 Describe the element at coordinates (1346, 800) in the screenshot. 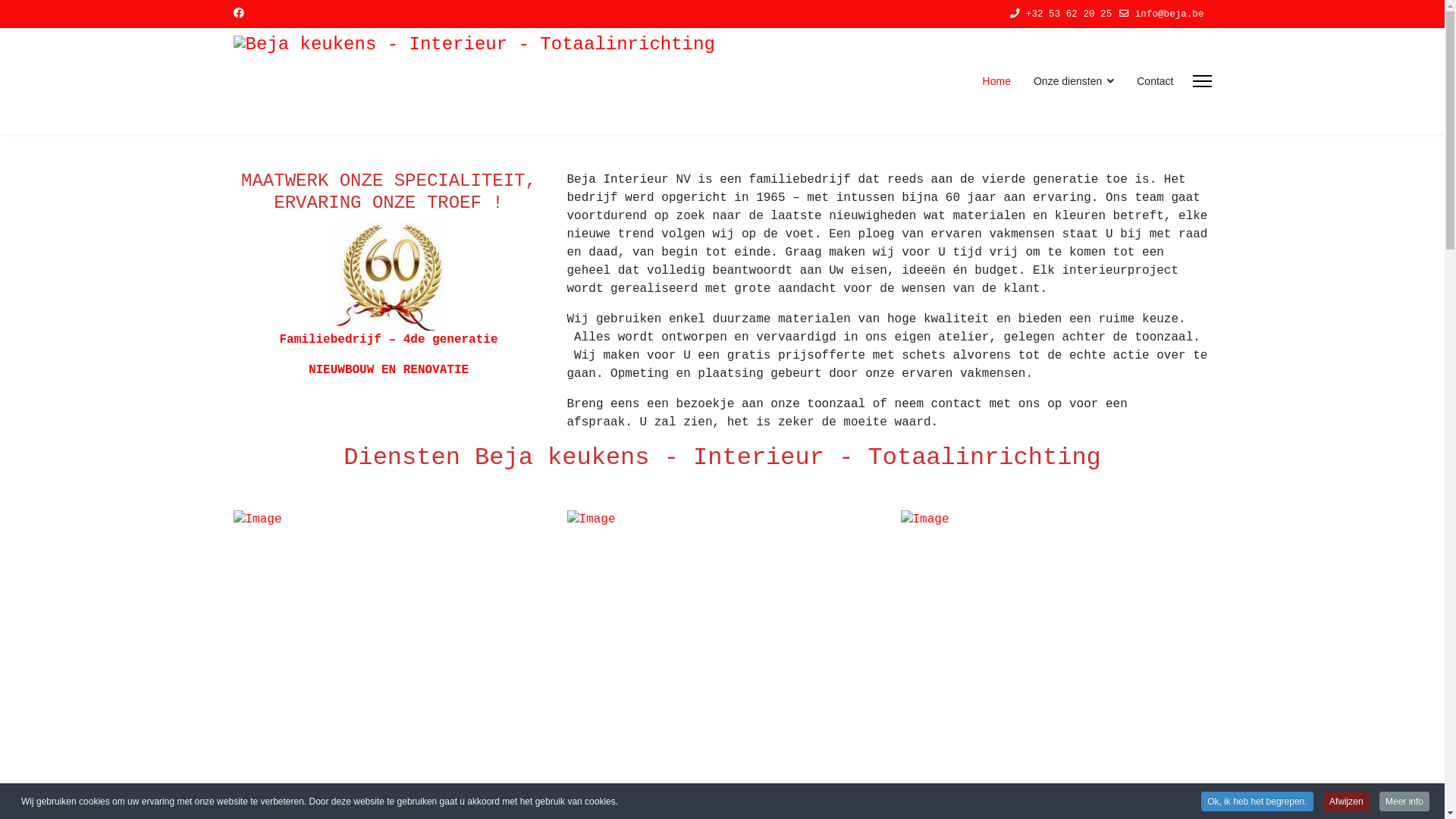

I see `'Afwijzen'` at that location.